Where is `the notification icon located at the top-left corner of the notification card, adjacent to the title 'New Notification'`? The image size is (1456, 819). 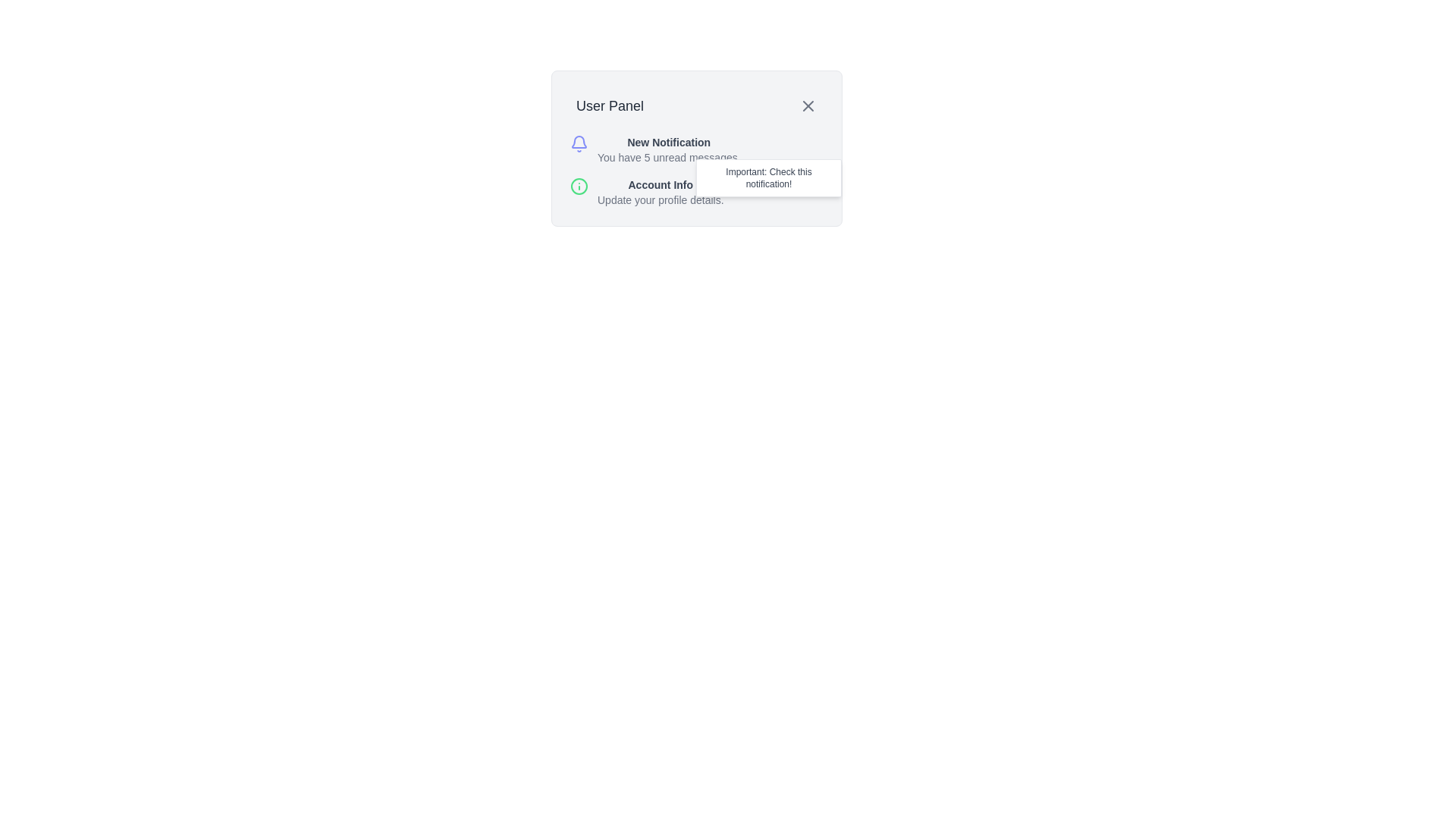 the notification icon located at the top-left corner of the notification card, adjacent to the title 'New Notification' is located at coordinates (578, 143).